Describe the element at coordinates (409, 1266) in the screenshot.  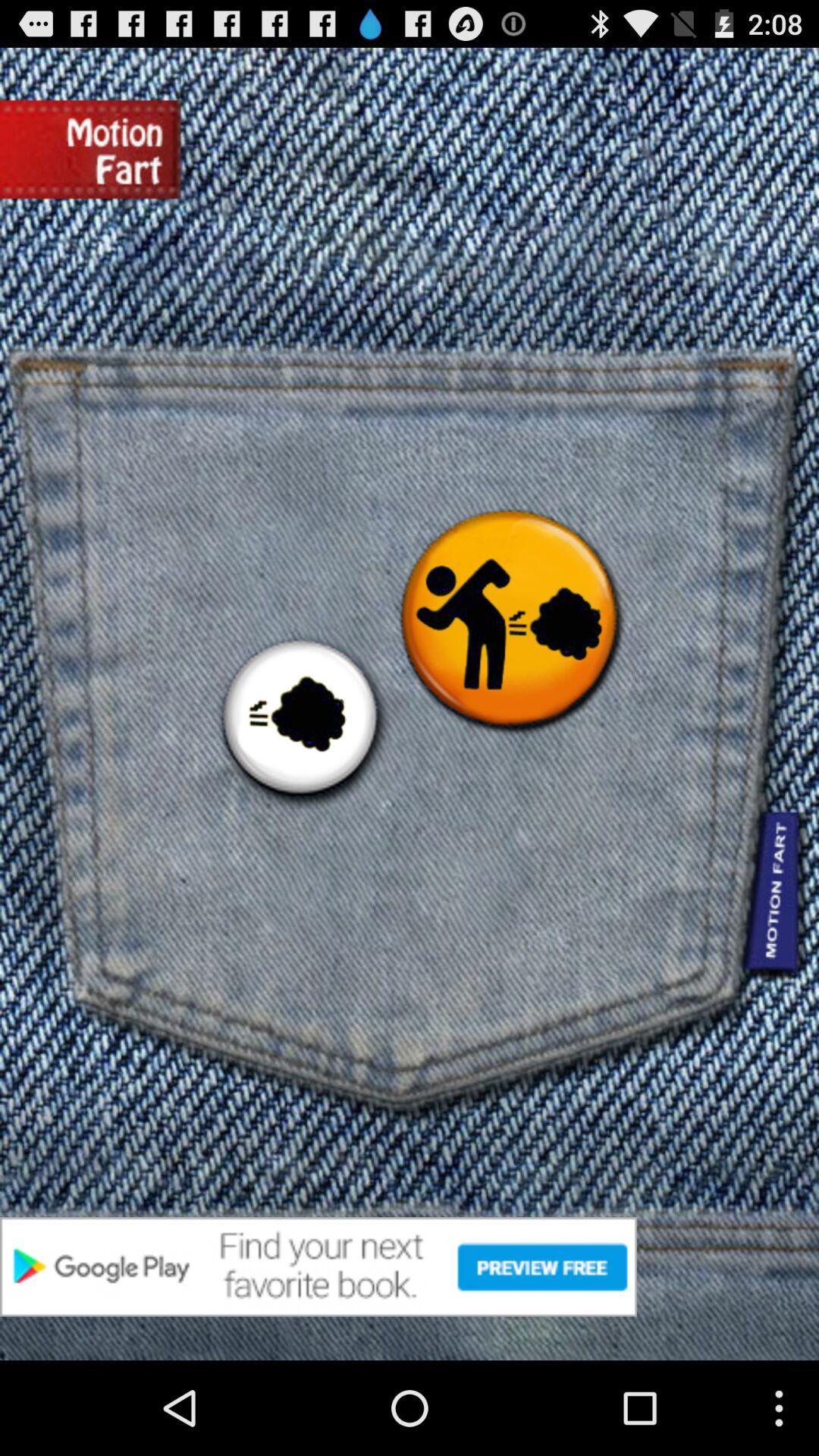
I see `advertisement click` at that location.